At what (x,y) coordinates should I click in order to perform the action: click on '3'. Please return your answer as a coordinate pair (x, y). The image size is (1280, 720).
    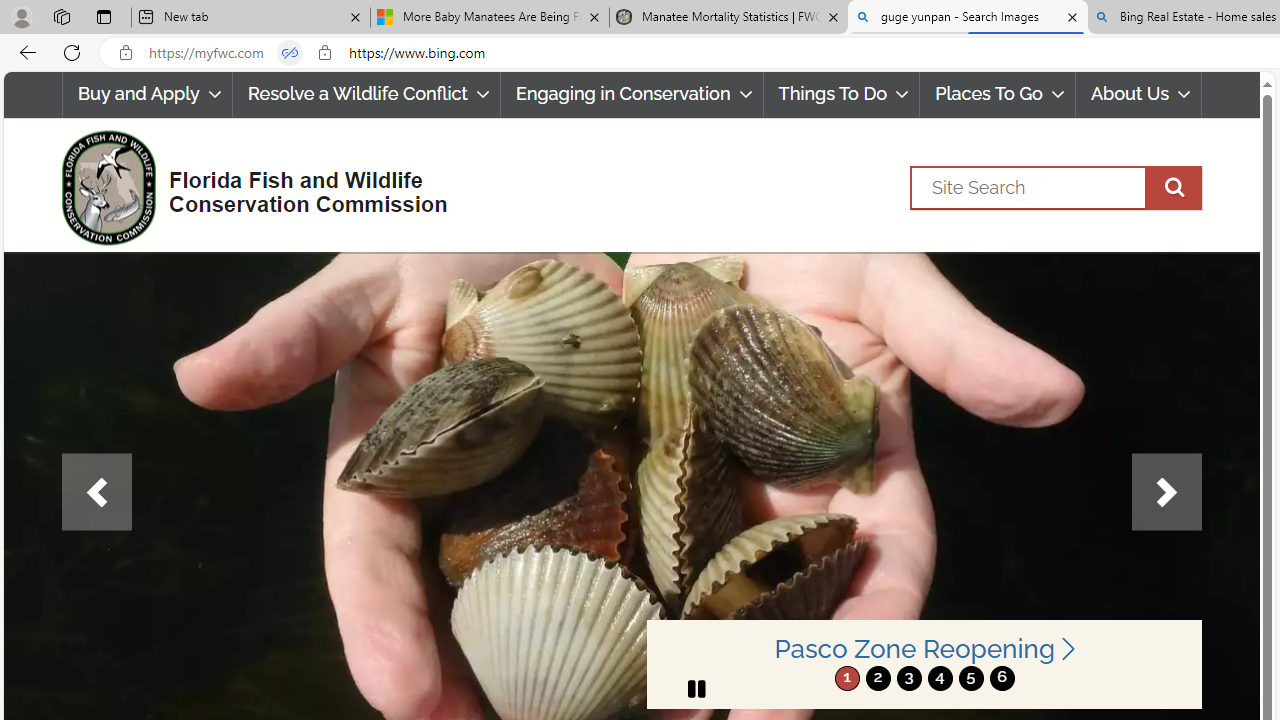
    Looking at the image, I should click on (907, 677).